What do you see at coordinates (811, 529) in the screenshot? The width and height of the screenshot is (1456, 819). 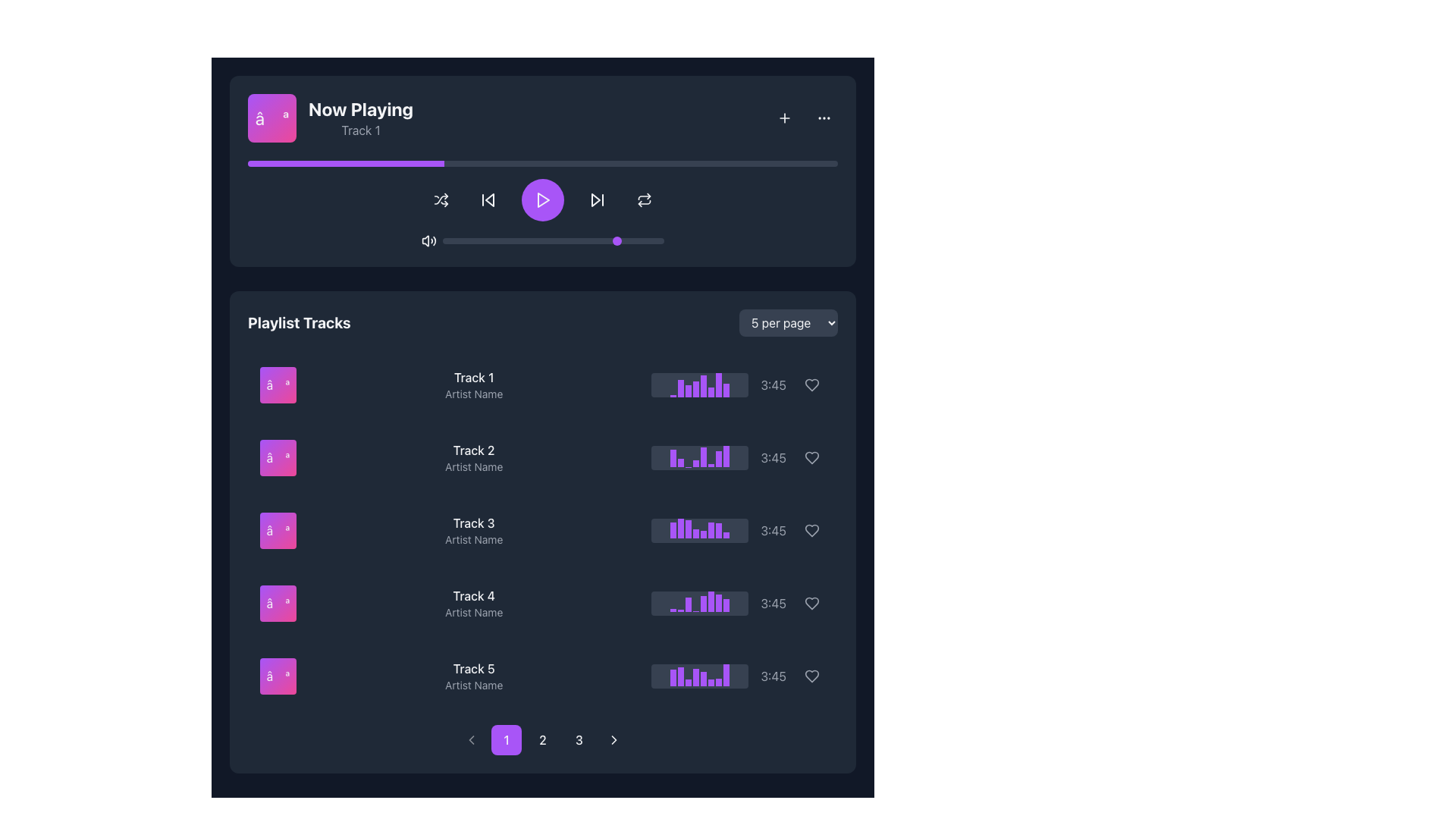 I see `the heart icon button located to the far right of the 'Track 4' row in the playlist` at bounding box center [811, 529].